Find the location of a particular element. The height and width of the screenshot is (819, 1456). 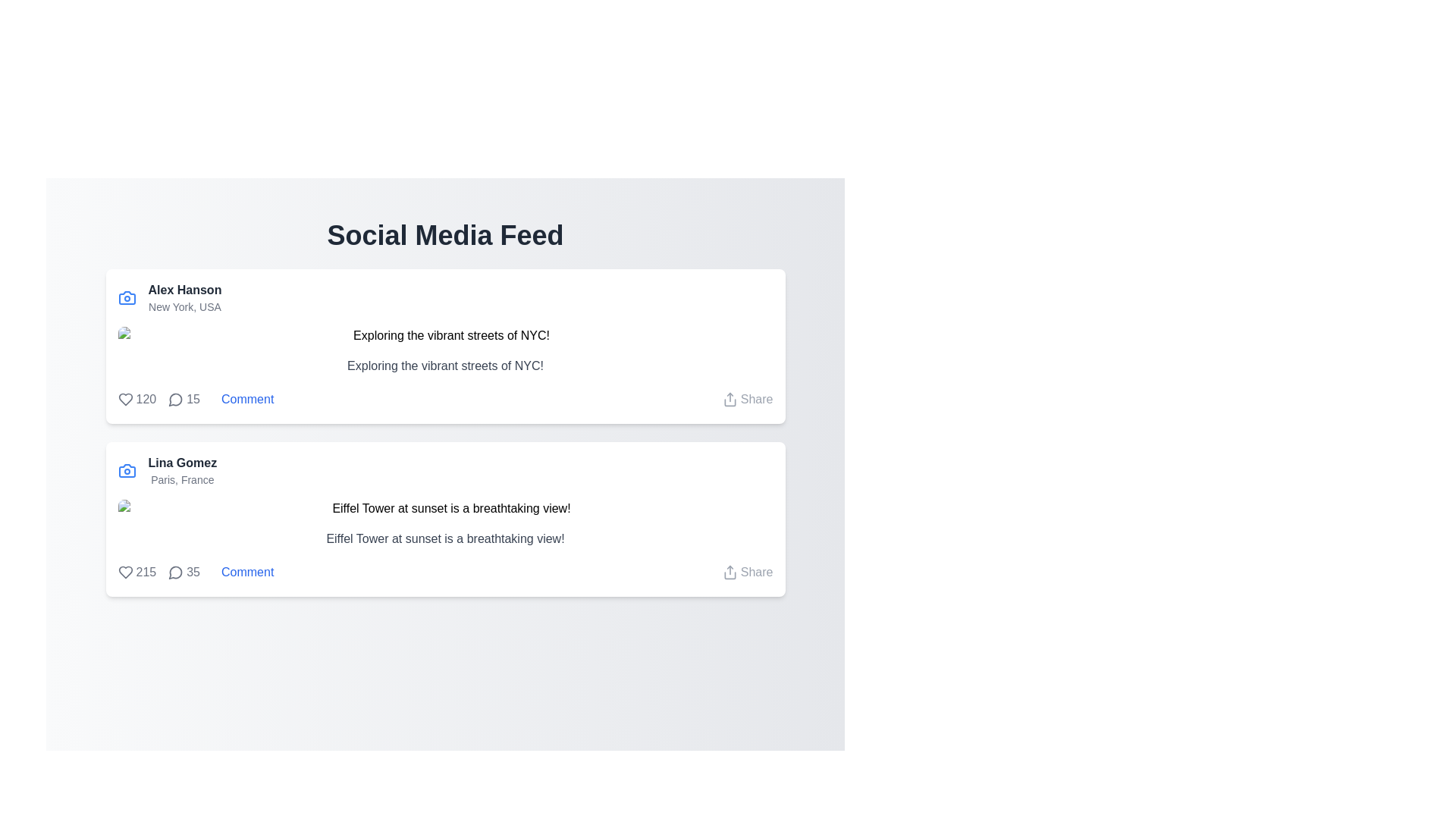

the text label displaying the number '215', which is positioned immediately after a heart icon and before a comment icon in the second post component under 'Lina Gomez' is located at coordinates (146, 573).